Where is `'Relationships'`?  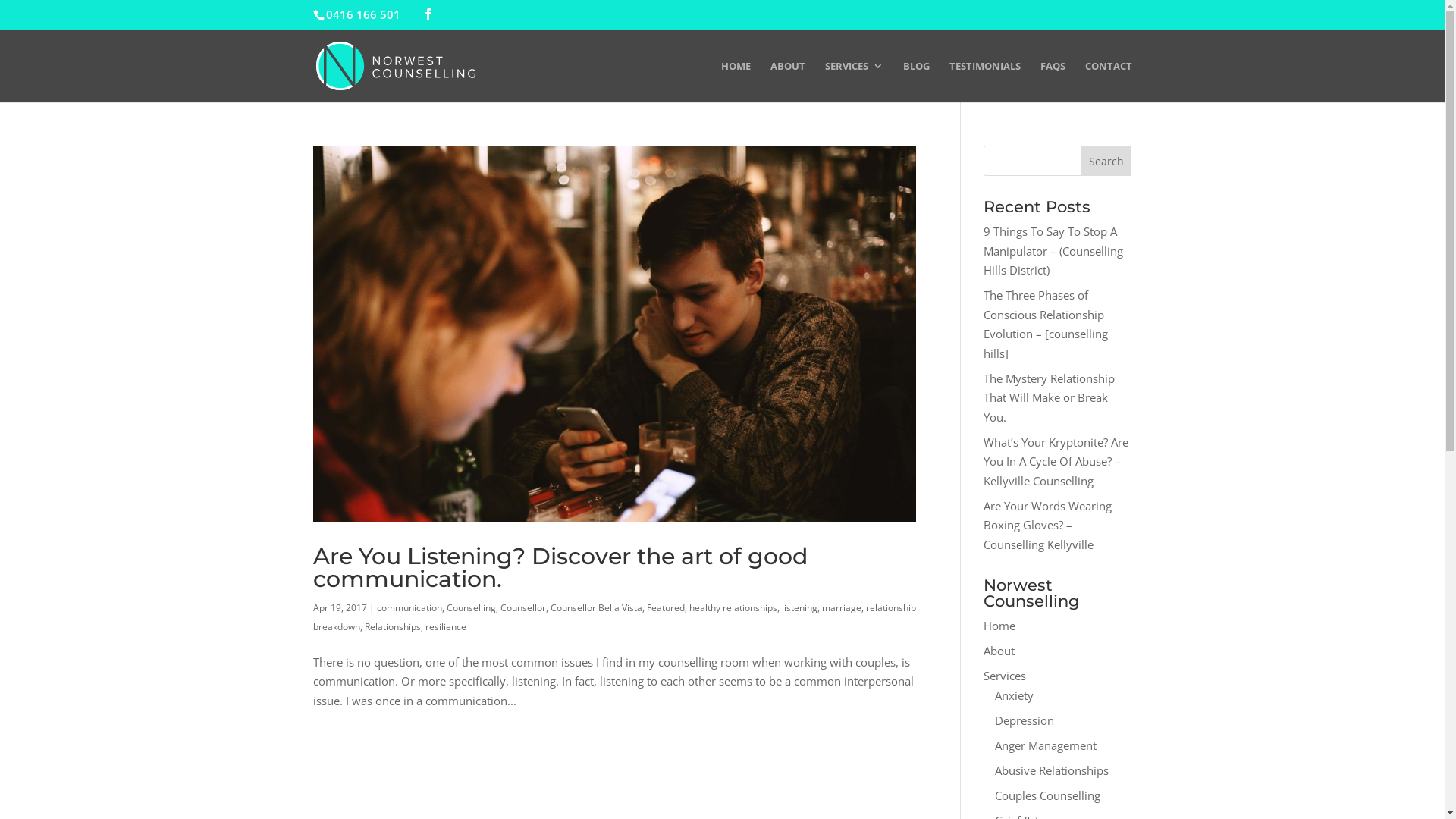
'Relationships' is located at coordinates (392, 626).